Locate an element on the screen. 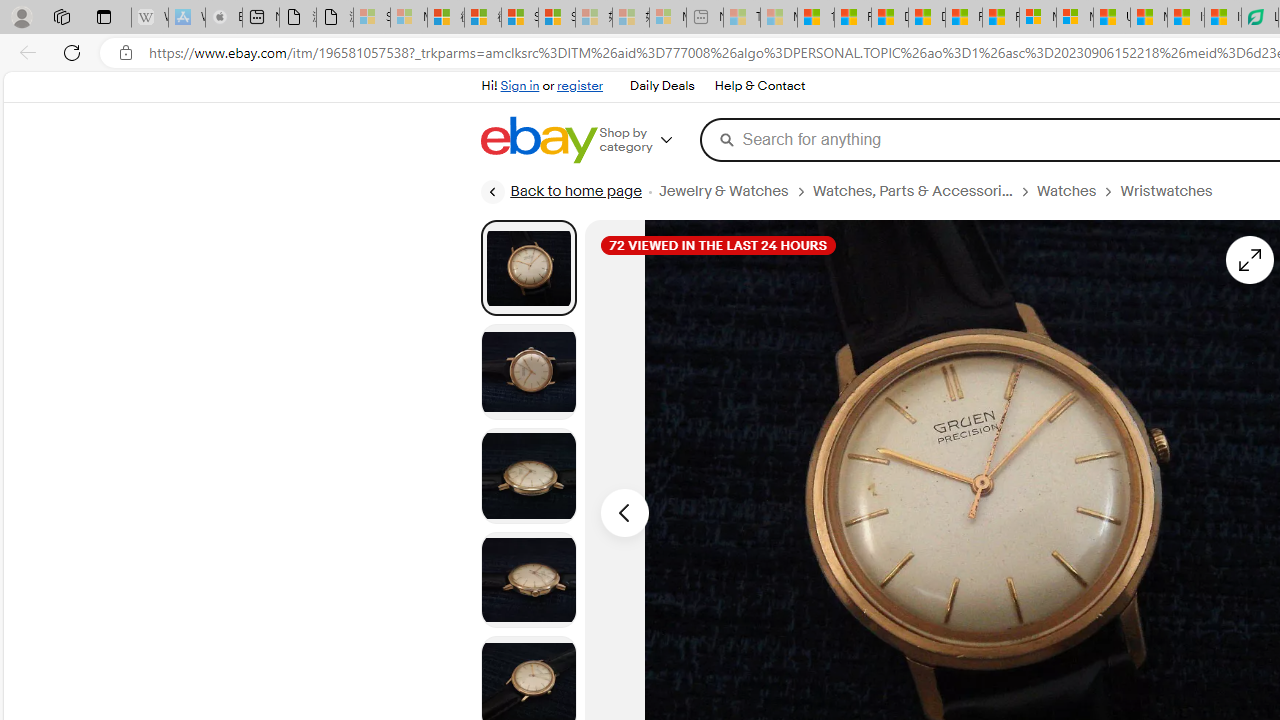 The height and width of the screenshot is (720, 1280). 'Help & Contact' is located at coordinates (758, 85).